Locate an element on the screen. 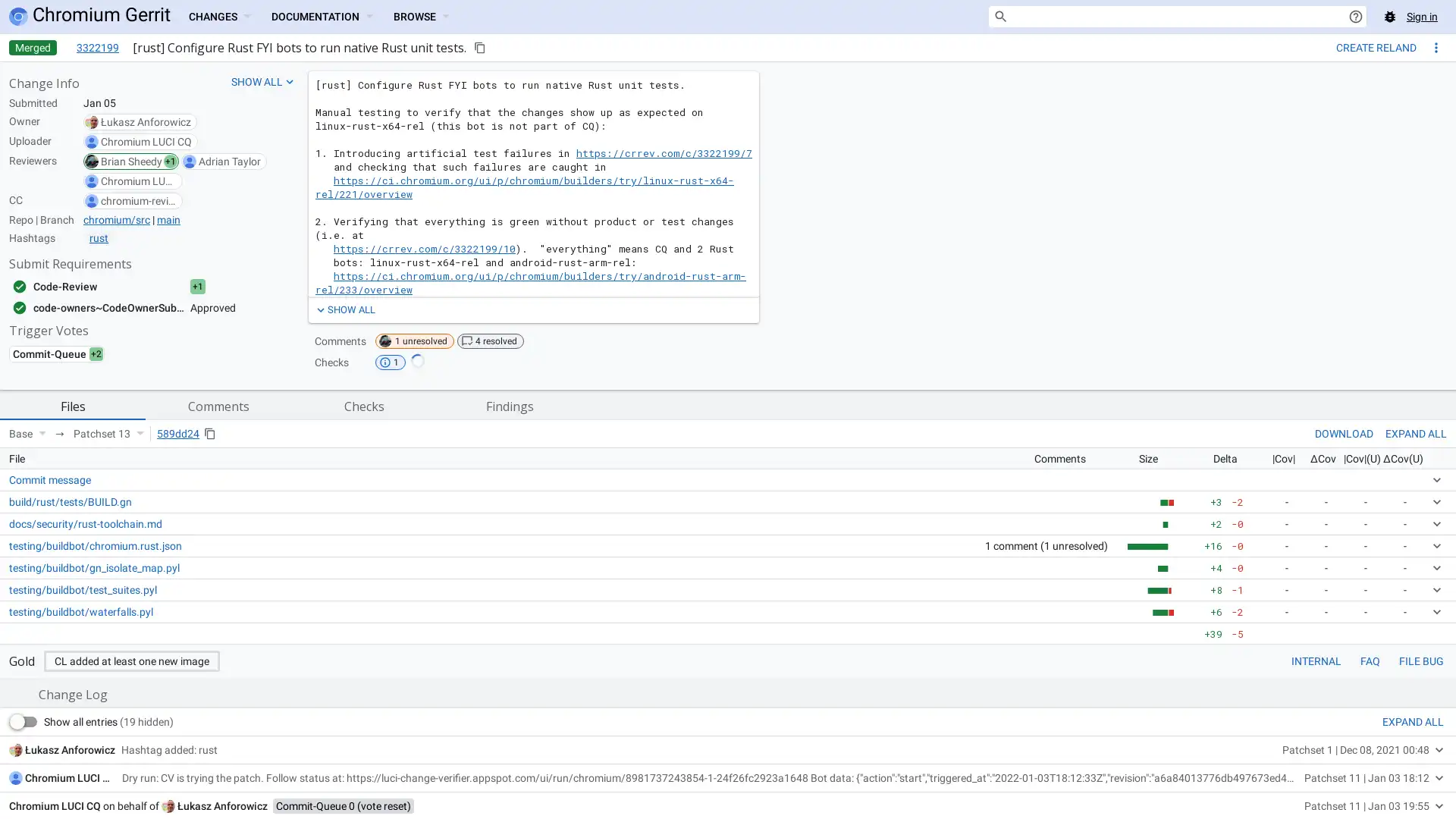 The image size is (1456, 819). ukasz Anforowicz is located at coordinates (221, 805).